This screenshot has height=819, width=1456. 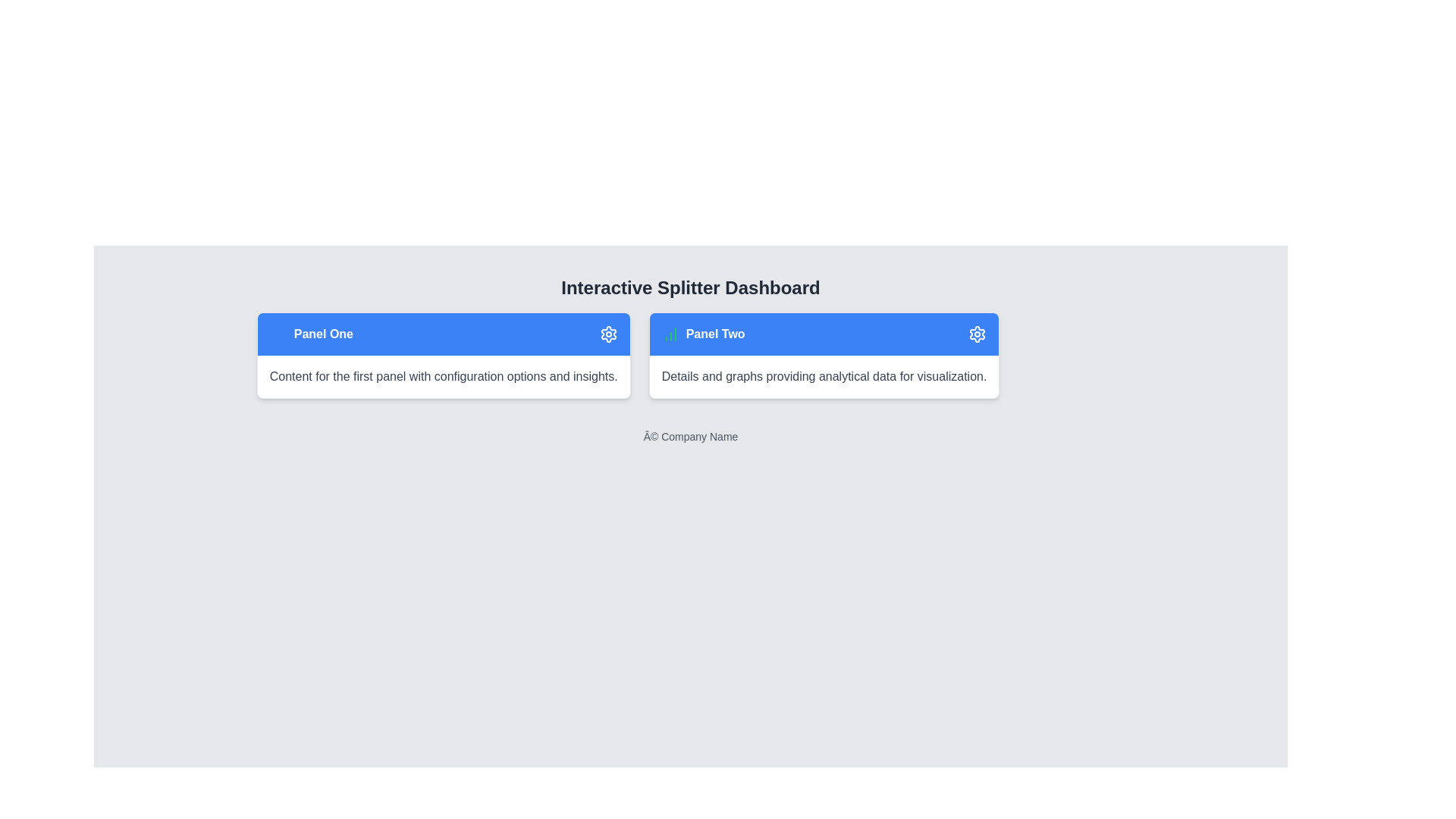 What do you see at coordinates (443, 376) in the screenshot?
I see `text content from the text block displaying 'Content for the first panel with configuration options and insights.' located beneath the title 'Panel One.'` at bounding box center [443, 376].